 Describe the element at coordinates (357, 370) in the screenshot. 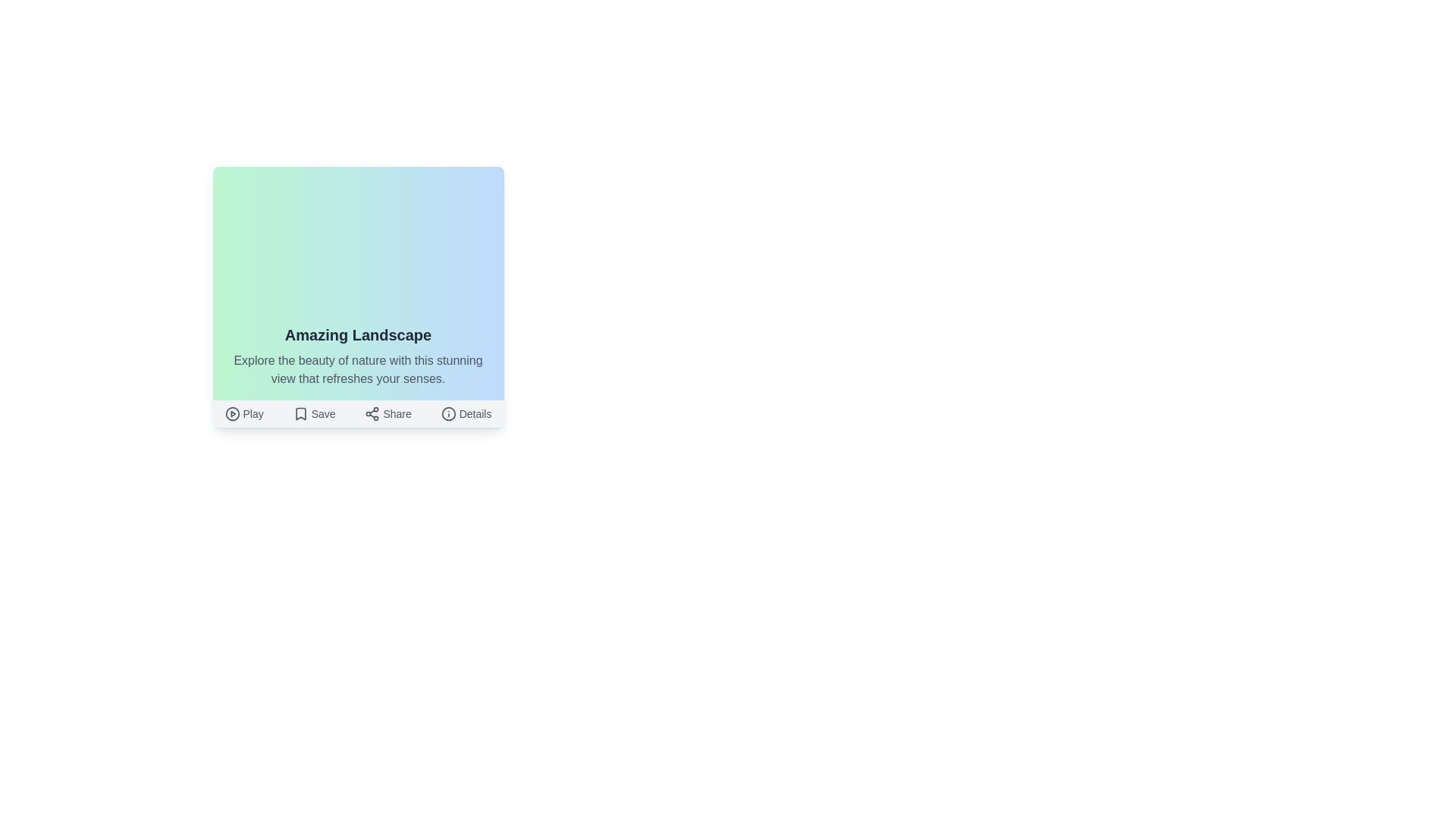

I see `the descriptive text that reads 'Explore the beauty of nature with this stunning view that refreshes your senses.' positioned below the title 'Amazing Landscape'` at that location.